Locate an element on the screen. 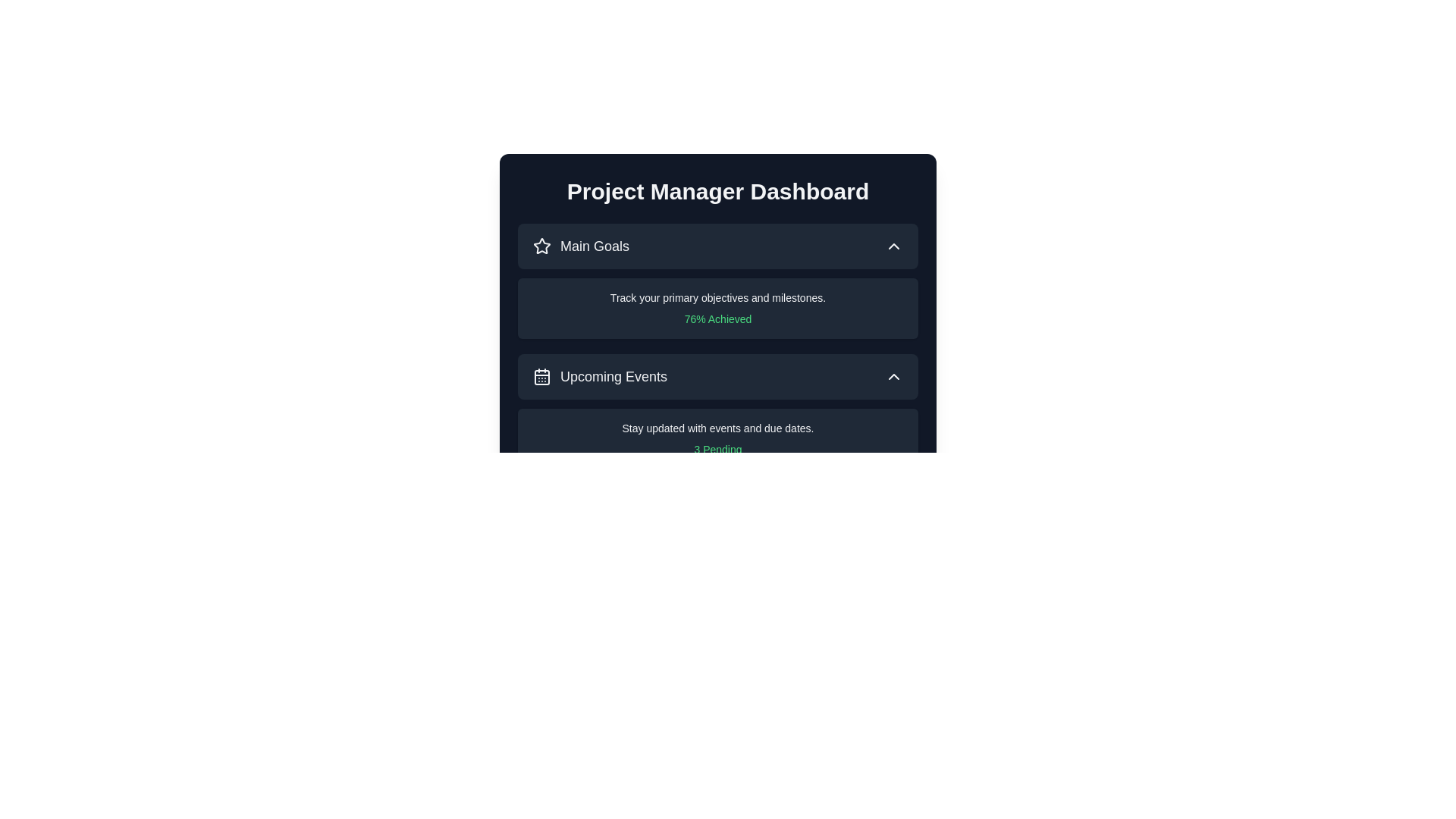 The height and width of the screenshot is (819, 1456). the icon associated with Upcoming Events is located at coordinates (542, 376).